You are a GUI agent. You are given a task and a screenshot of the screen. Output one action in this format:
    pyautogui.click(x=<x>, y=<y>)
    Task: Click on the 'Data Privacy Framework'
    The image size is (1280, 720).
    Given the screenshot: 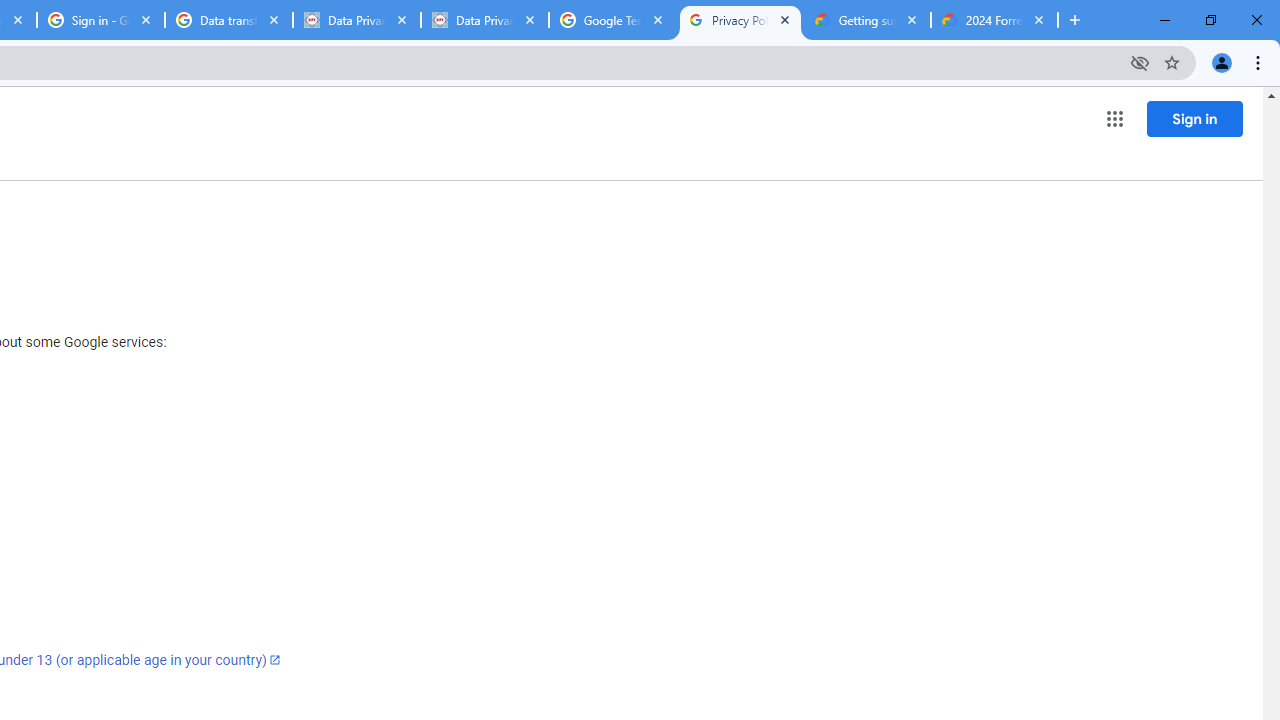 What is the action you would take?
    pyautogui.click(x=357, y=20)
    